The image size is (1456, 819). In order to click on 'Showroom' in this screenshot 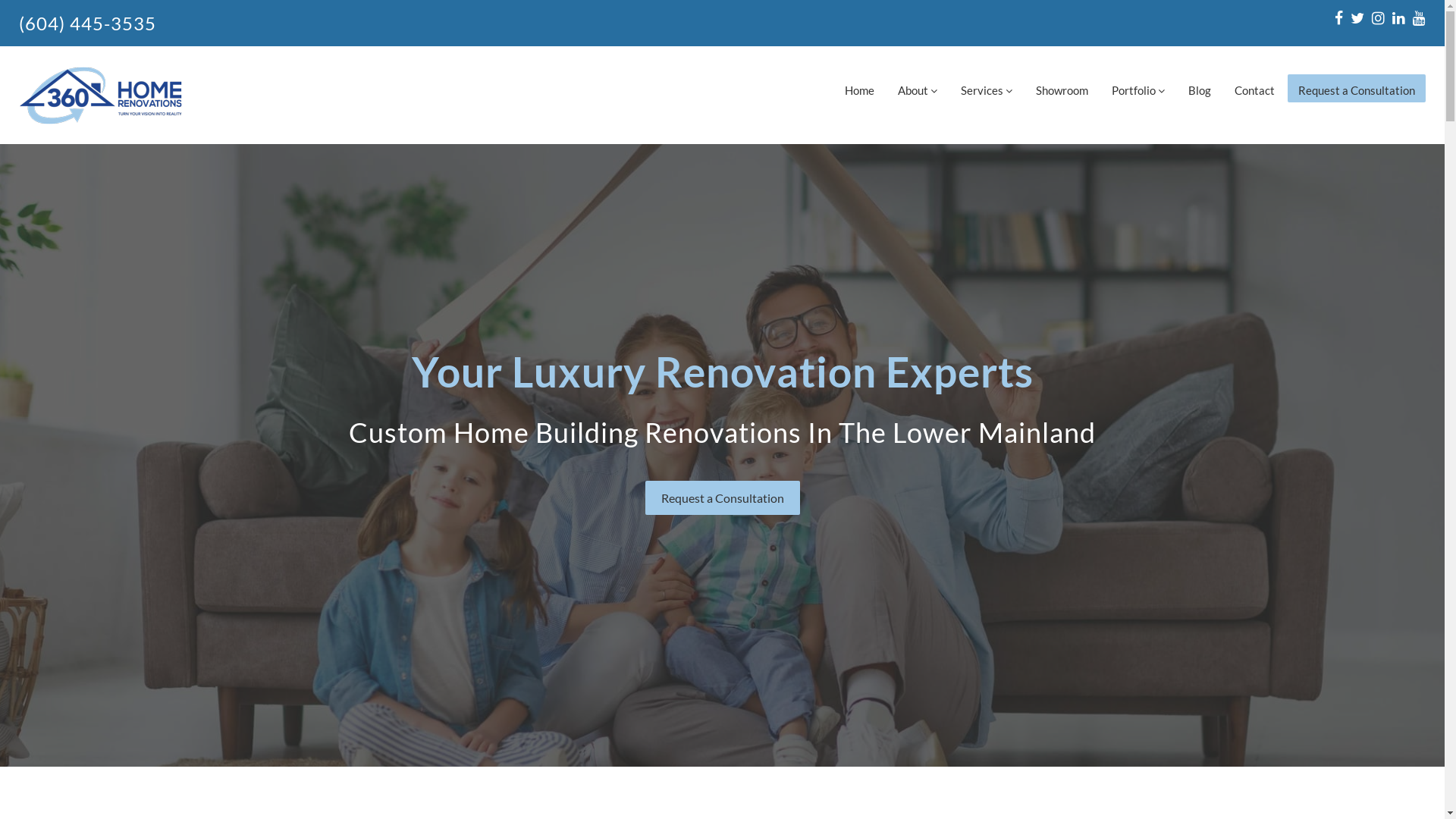, I will do `click(1061, 88)`.